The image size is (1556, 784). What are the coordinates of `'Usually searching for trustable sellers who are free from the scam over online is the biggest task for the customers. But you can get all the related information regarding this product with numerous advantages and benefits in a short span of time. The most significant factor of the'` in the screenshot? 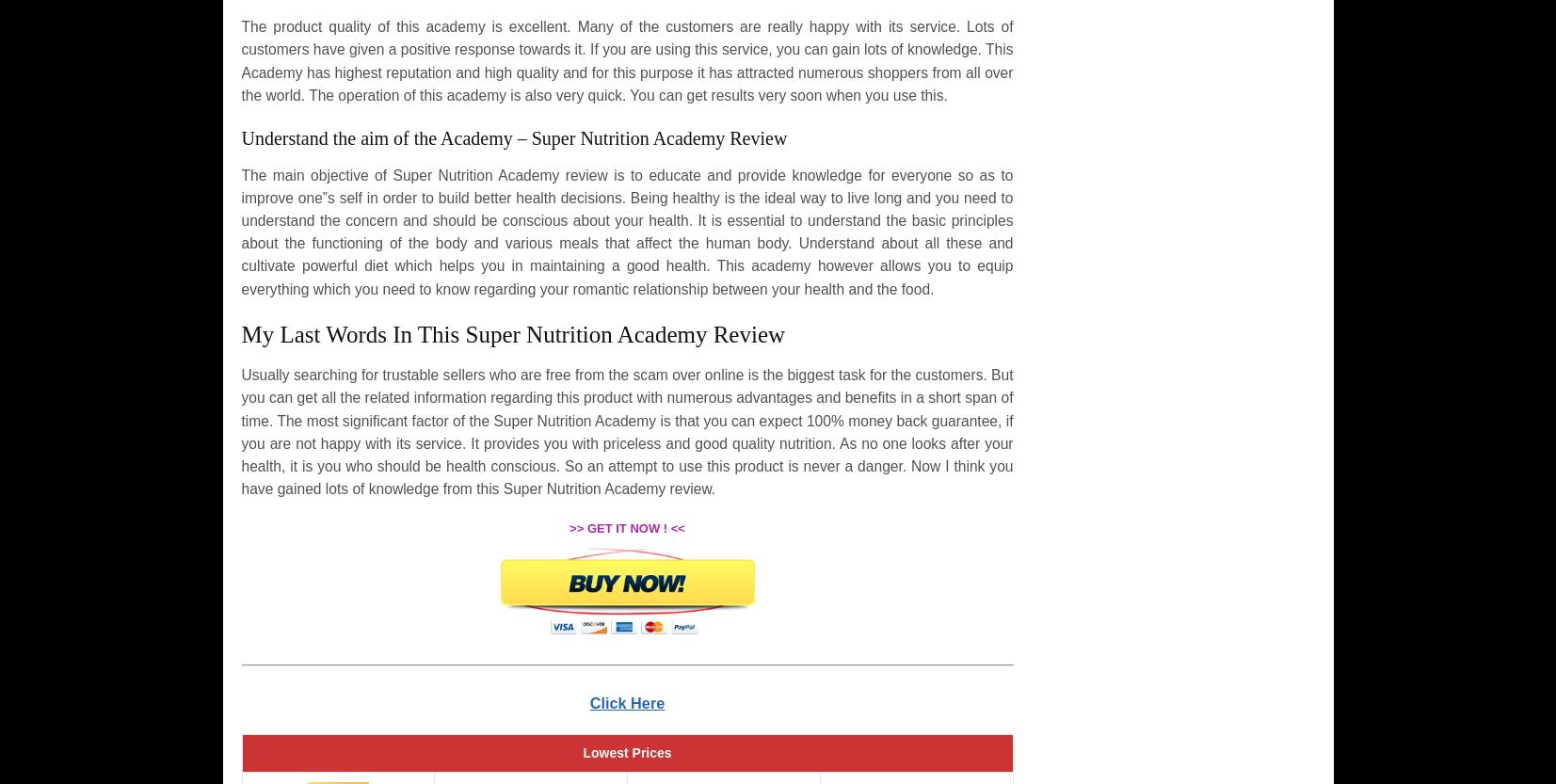 It's located at (625, 396).